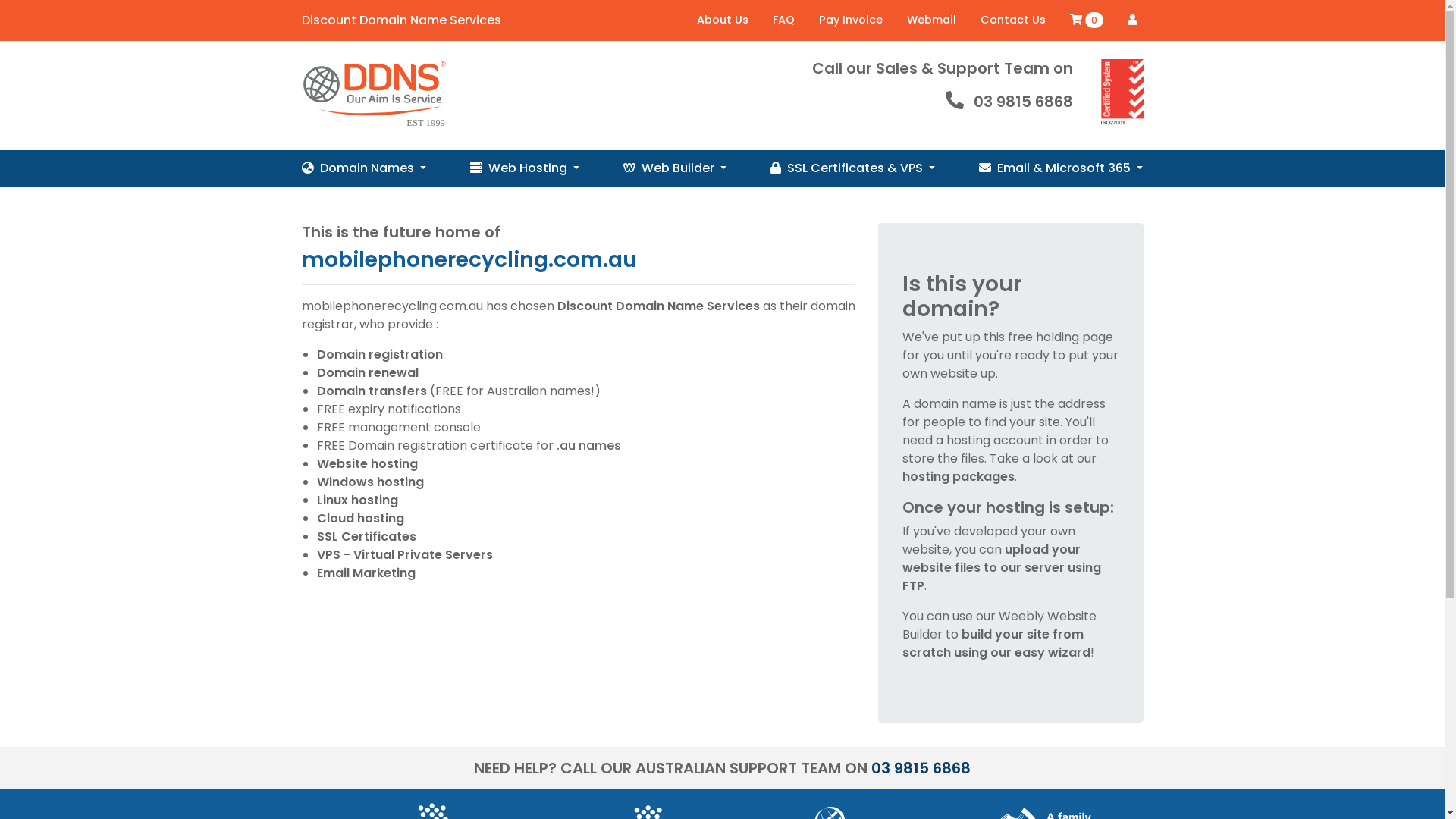 The height and width of the screenshot is (819, 1456). Describe the element at coordinates (356, 500) in the screenshot. I see `'Linux hosting'` at that location.